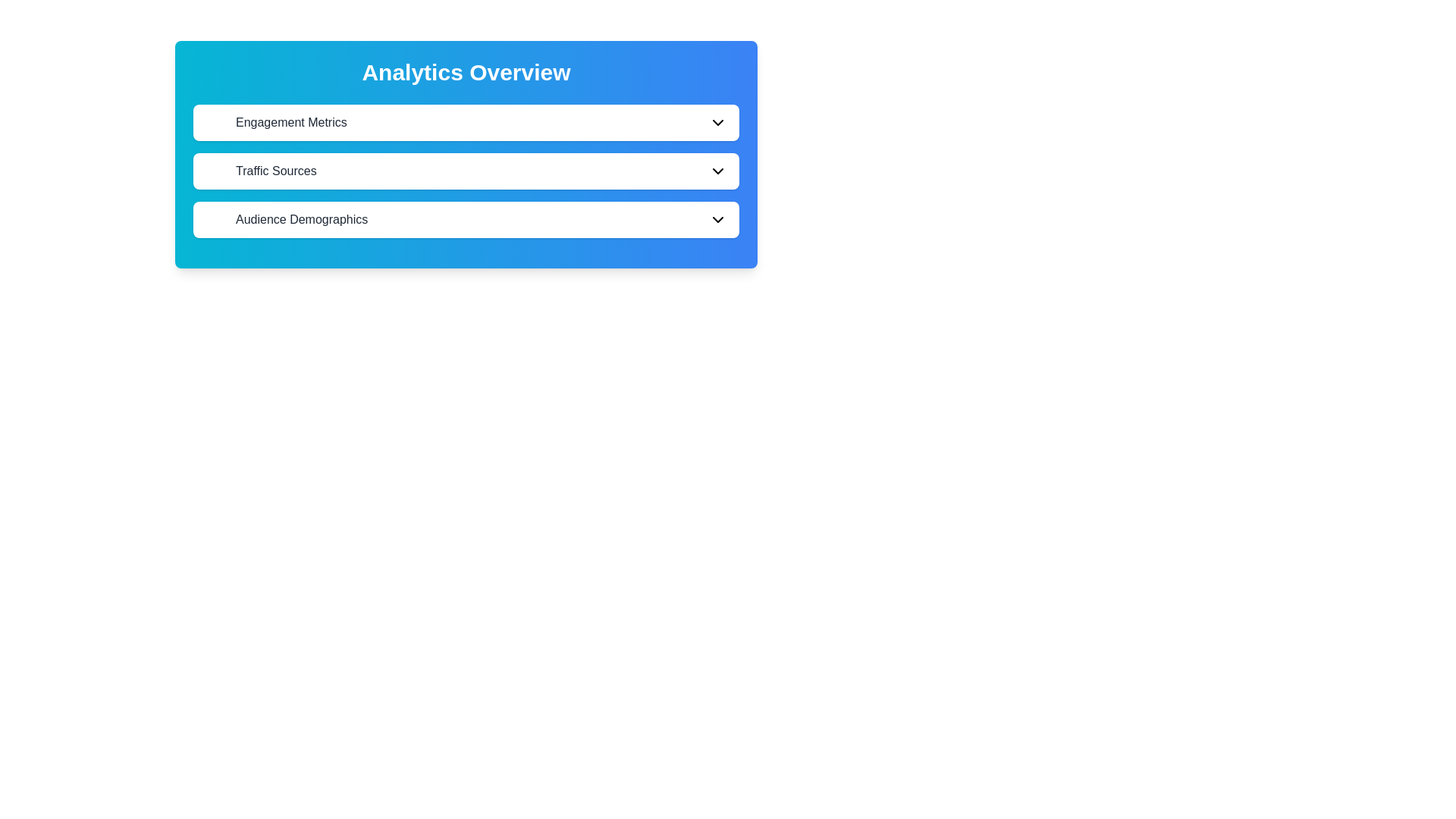 This screenshot has height=819, width=1456. Describe the element at coordinates (465, 171) in the screenshot. I see `the second selectable option in the Analytics Overview section` at that location.